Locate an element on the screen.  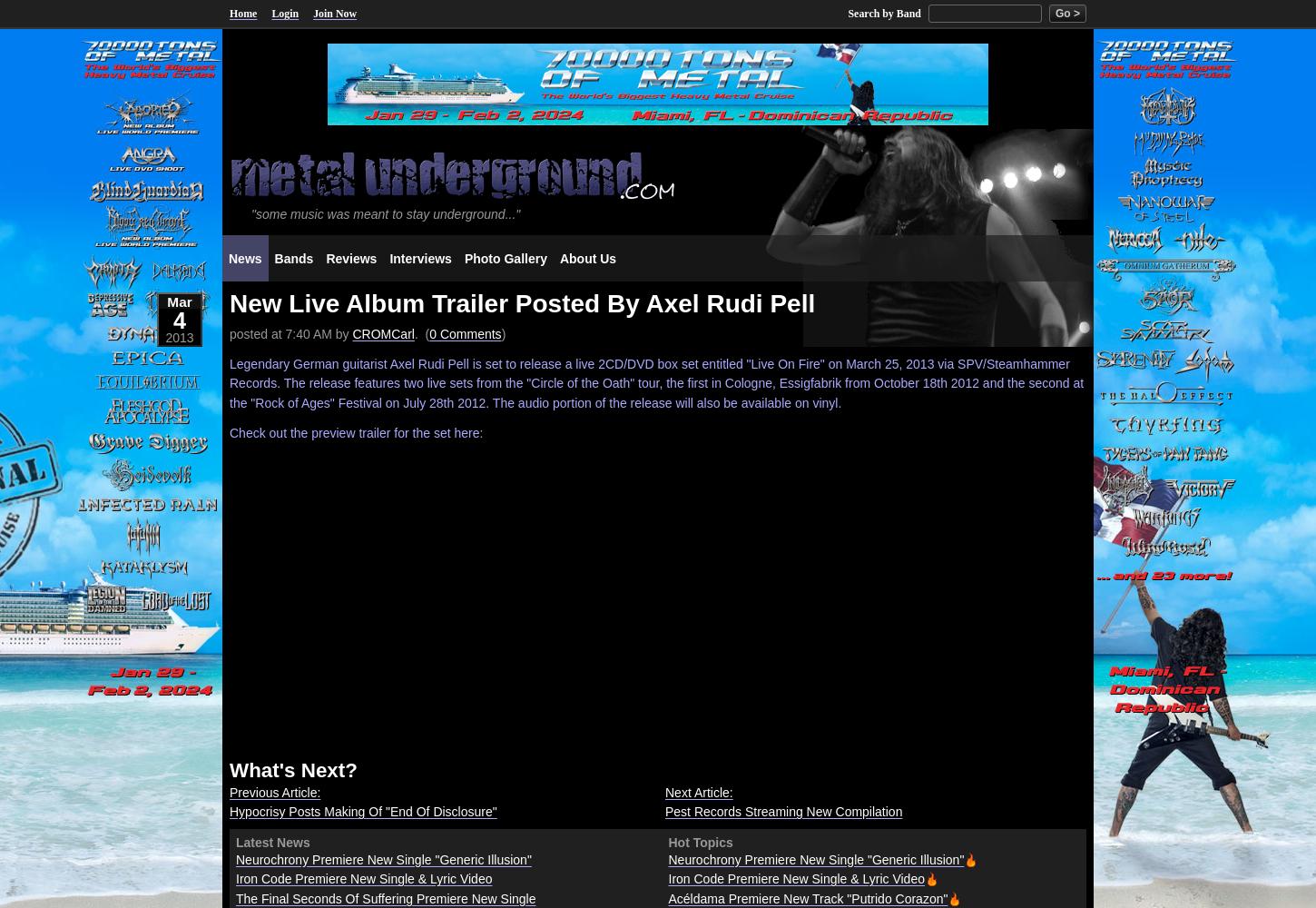
'Legendary German guitarist Axel Rudi Pell is set to release a live 2CD/DVD box set entitled "Live On Fire" on March 25, 2013 via SPV/Steamhammer Records. The release features two live sets from the "Circle of the Oath" tour, the first in Cologne, Essigfabrik from October 18th 2012 and the second at the "Rock of Ages" Festival on July 28th 2012. The audio portion of the release will also be available on vinyl.' is located at coordinates (655, 382).